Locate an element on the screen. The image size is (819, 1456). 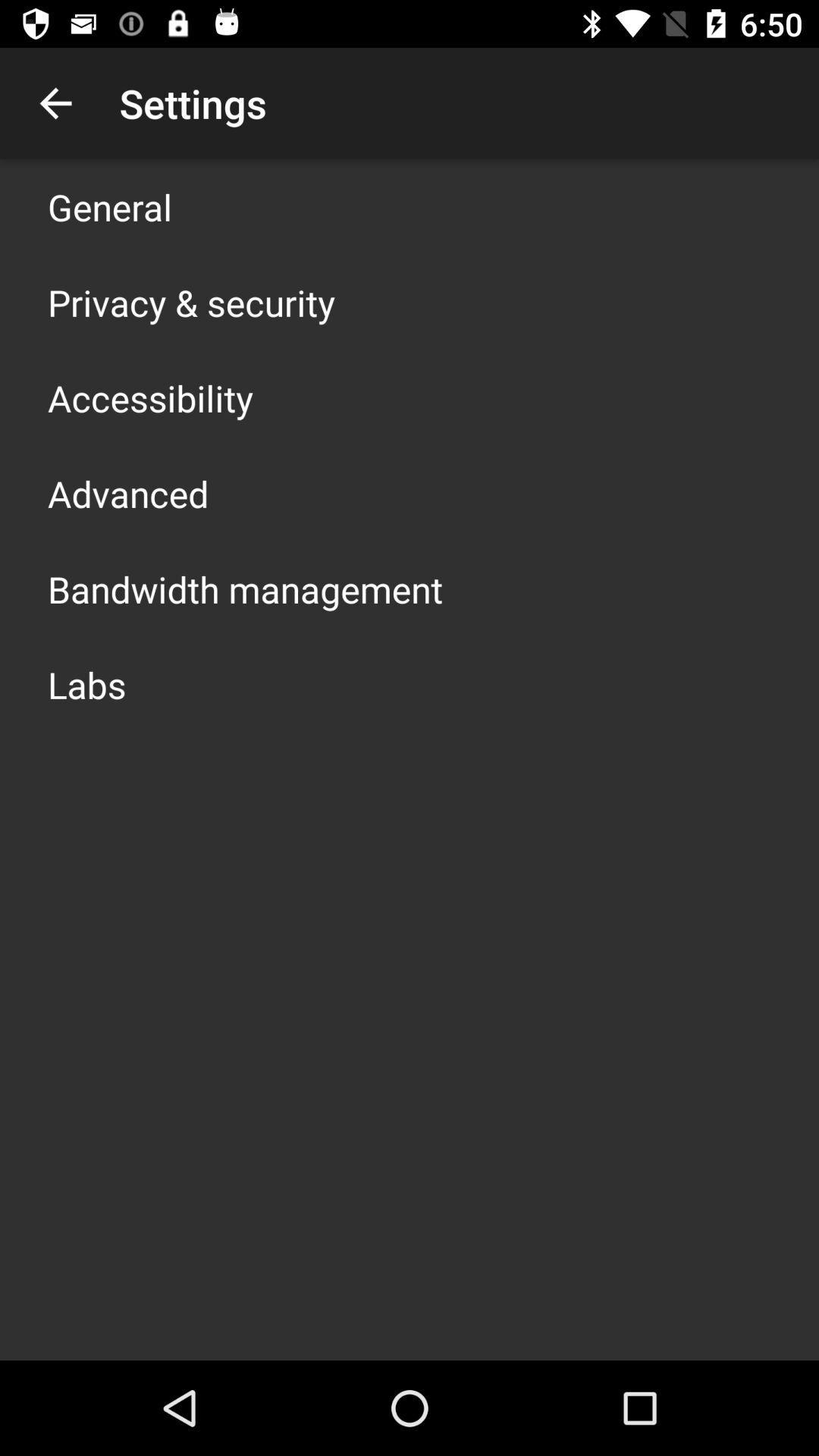
the bandwidth management app is located at coordinates (244, 588).